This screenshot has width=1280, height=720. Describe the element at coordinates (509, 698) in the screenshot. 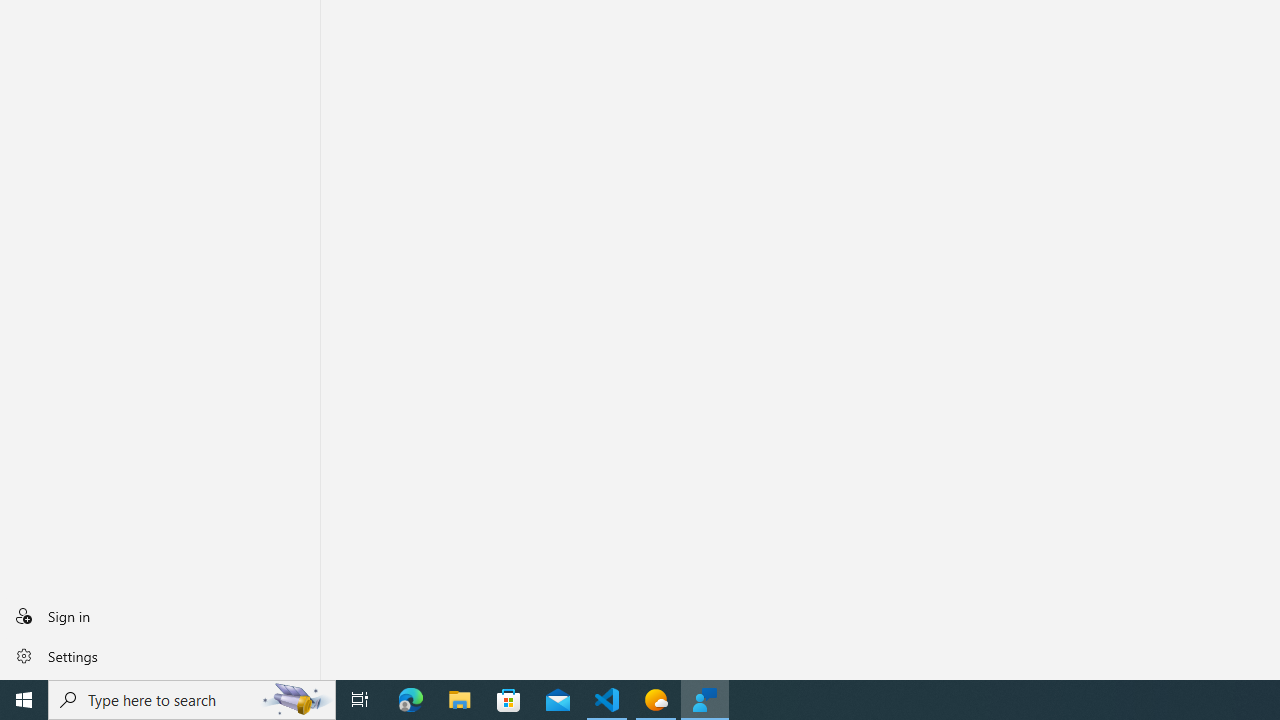

I see `'Microsoft Store'` at that location.